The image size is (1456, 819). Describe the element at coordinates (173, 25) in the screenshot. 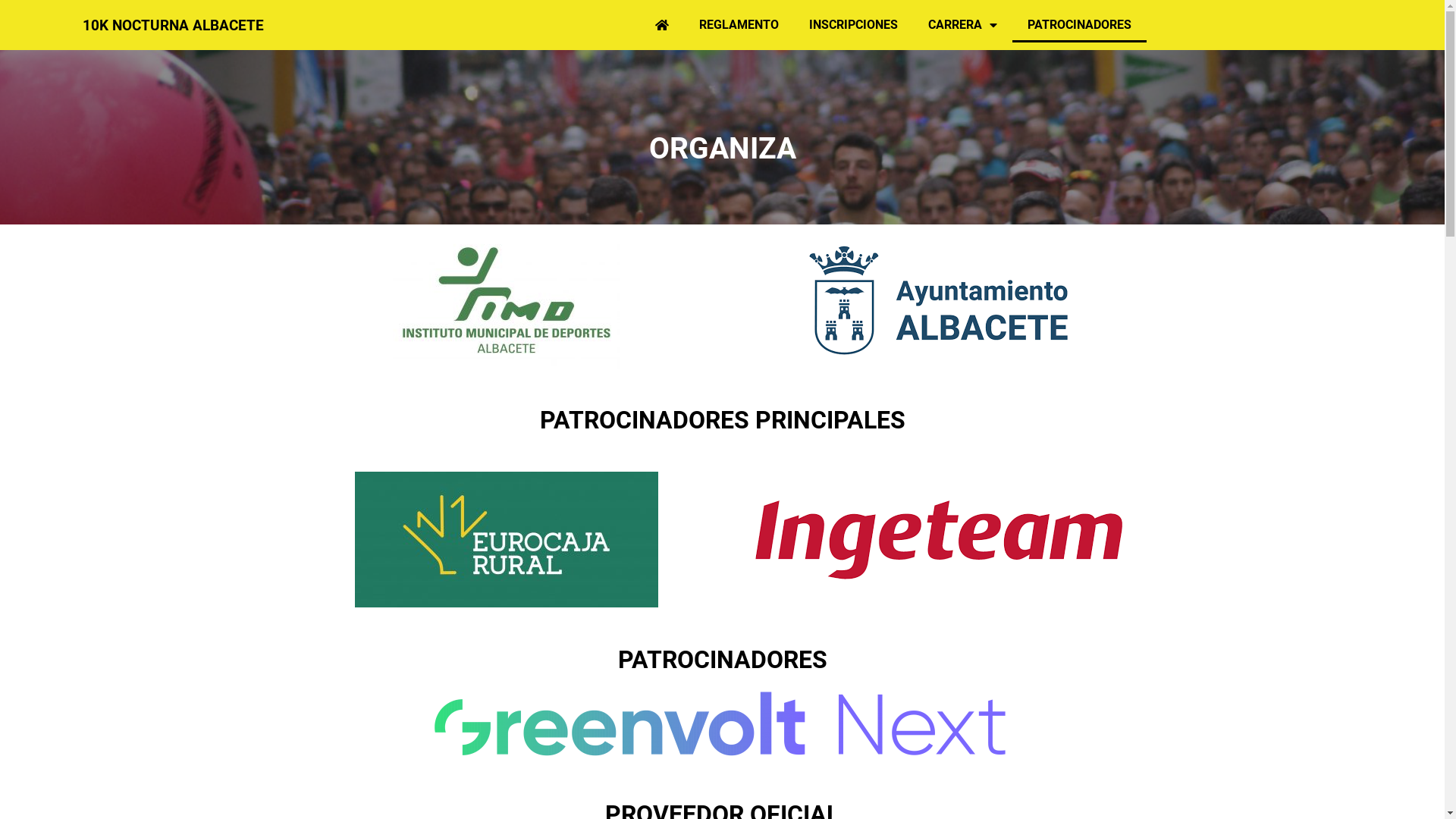

I see `'10K NOCTURNA ALBACETE'` at that location.